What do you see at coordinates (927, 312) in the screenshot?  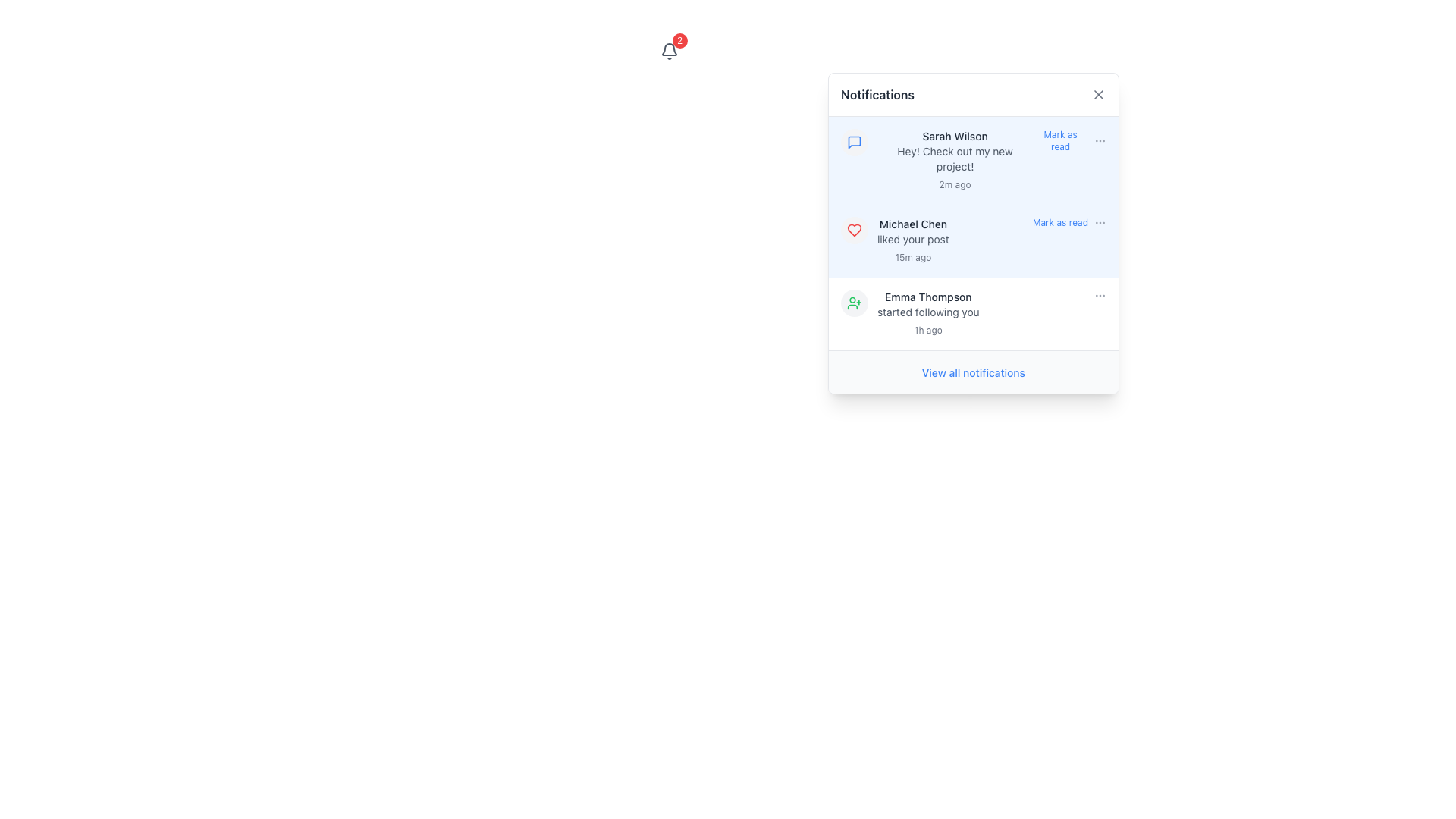 I see `the notification text that informs the user that Emma Thompson started following them, which is located below the username and above the timestamp` at bounding box center [927, 312].